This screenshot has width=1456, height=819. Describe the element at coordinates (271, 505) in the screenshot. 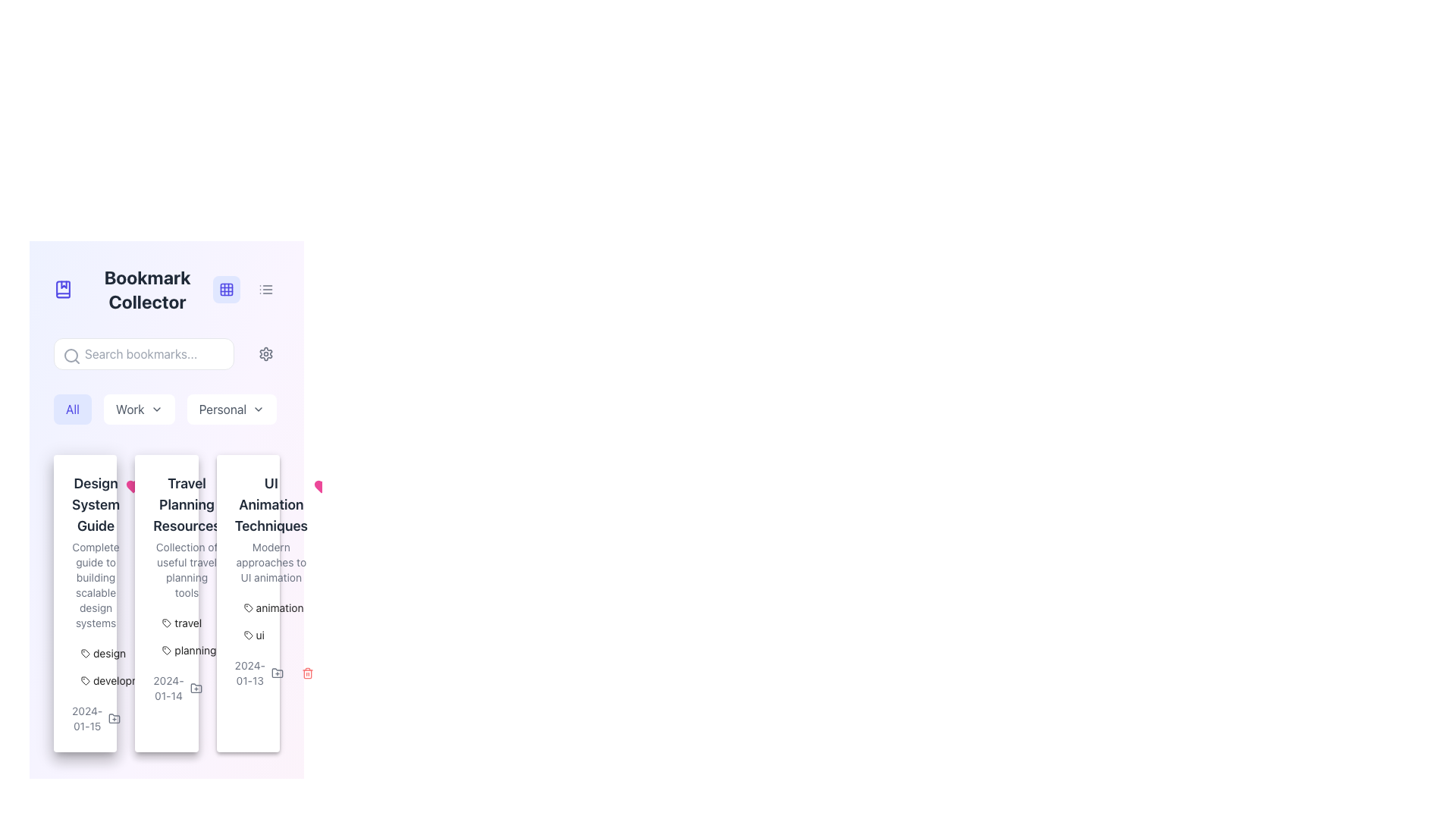

I see `text label displaying 'UI Animation Techniques' in bold at the top of the third card in the horizontally scrolling list` at that location.